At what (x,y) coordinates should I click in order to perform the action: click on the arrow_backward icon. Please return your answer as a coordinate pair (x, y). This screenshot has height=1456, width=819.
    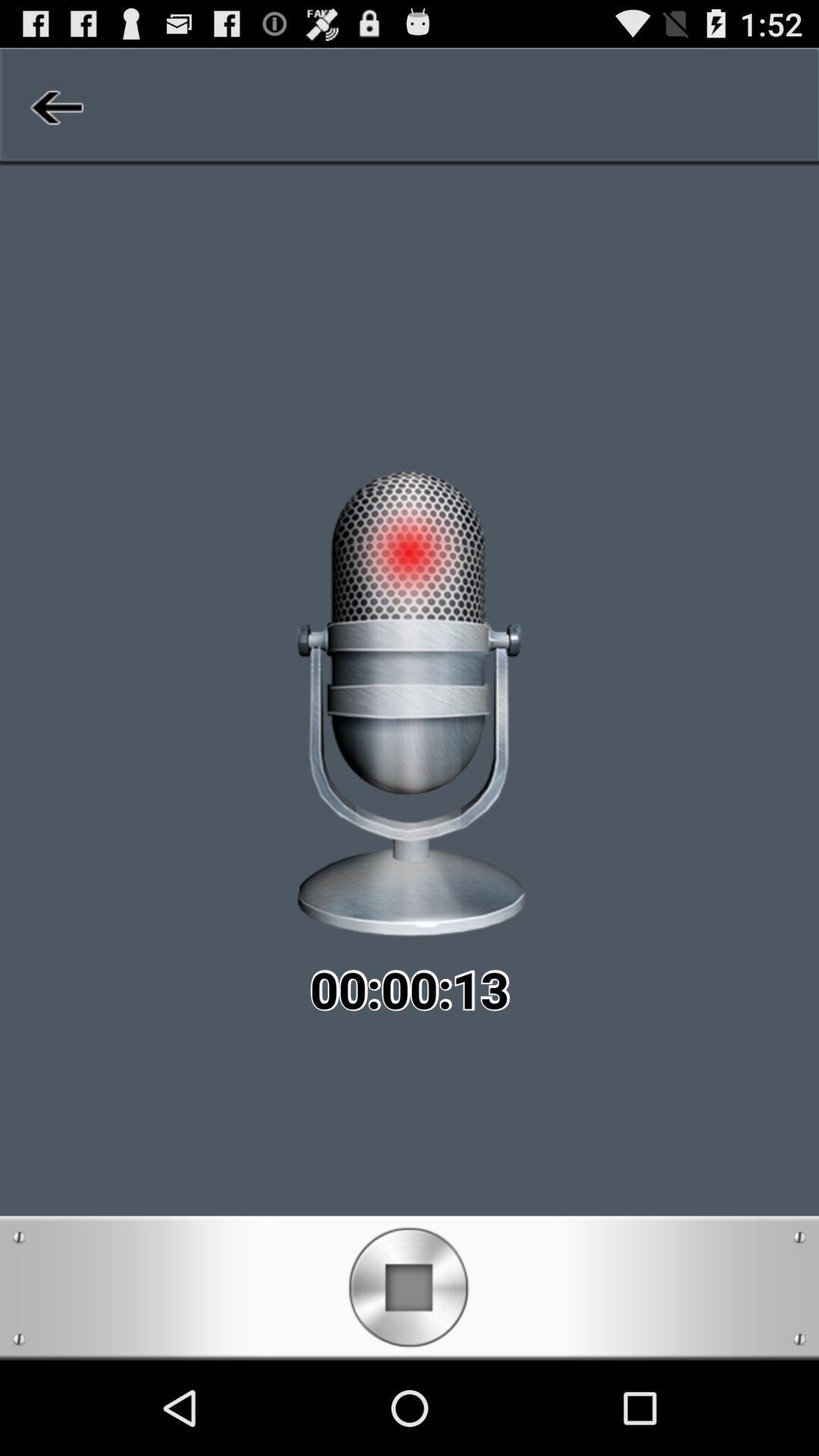
    Looking at the image, I should click on (54, 114).